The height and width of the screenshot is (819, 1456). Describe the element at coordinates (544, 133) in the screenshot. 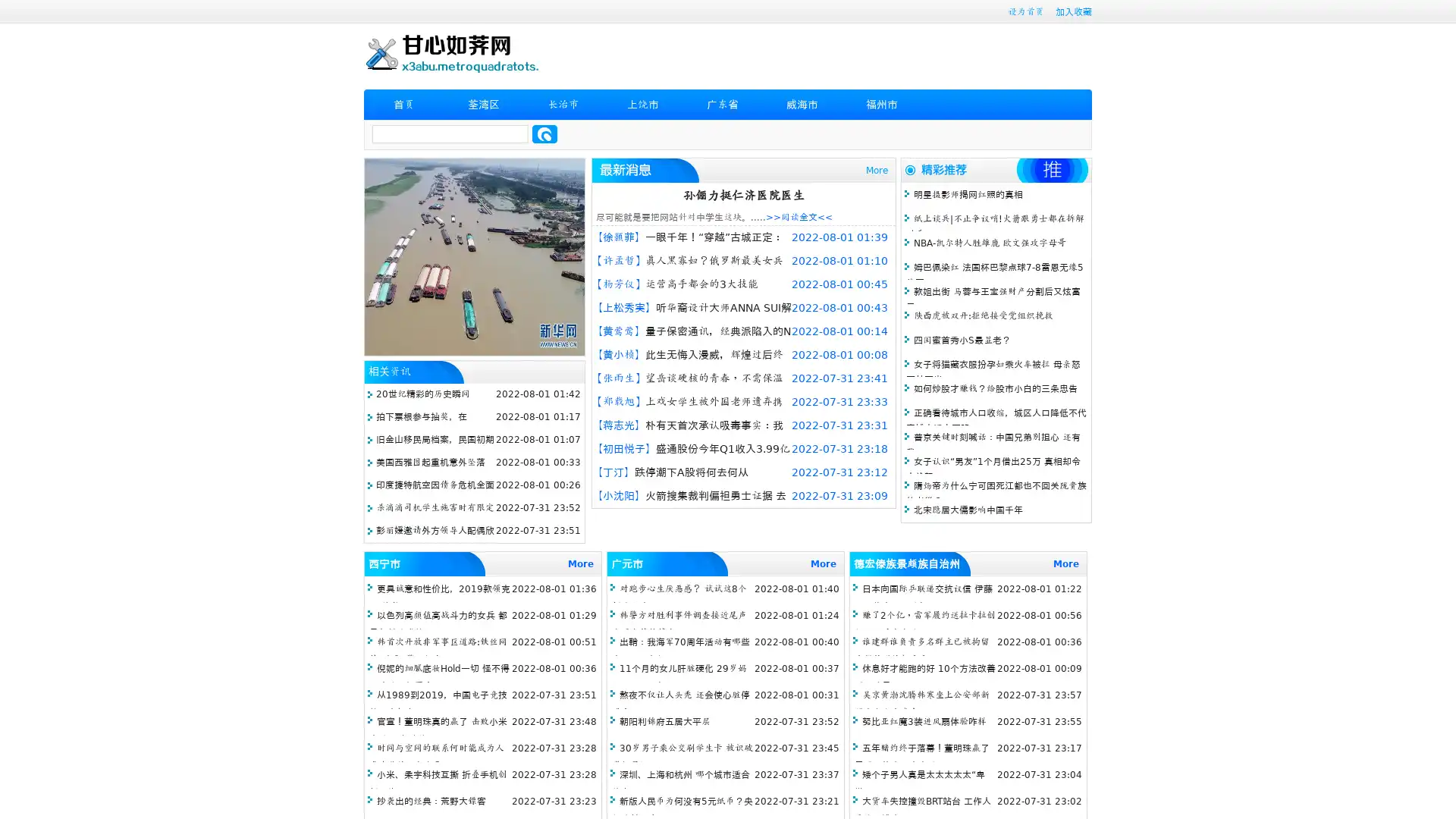

I see `Search` at that location.